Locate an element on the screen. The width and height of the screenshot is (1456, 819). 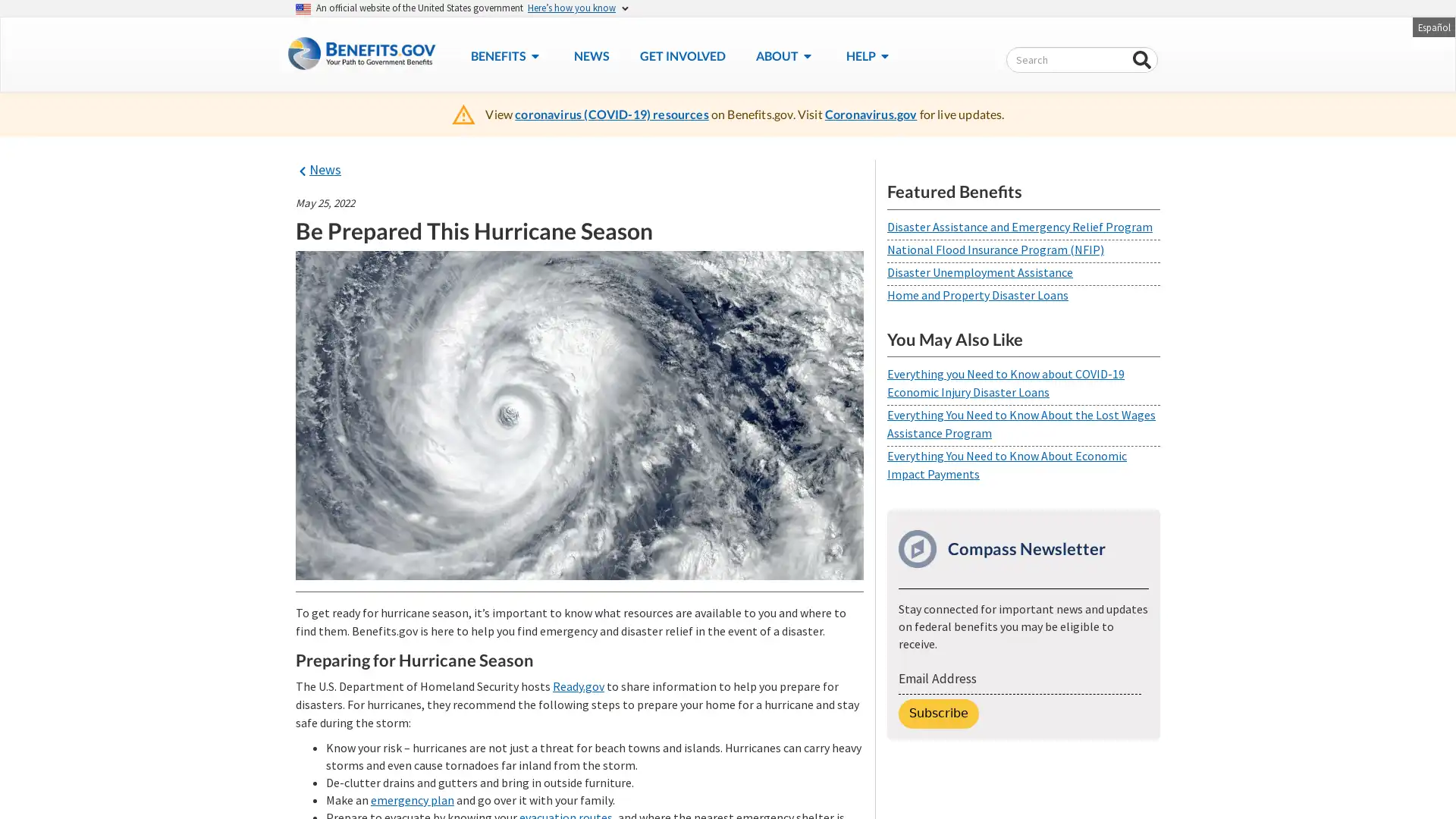
Espanol is located at coordinates (1432, 26).